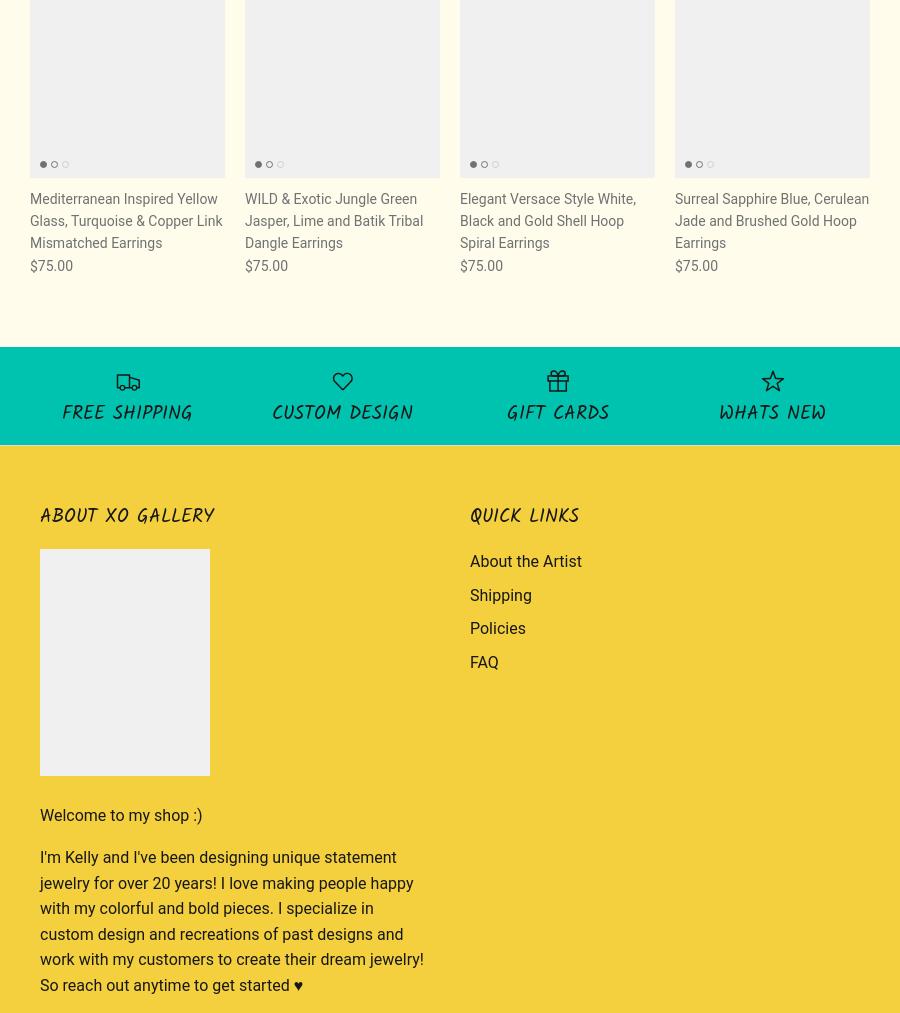 This screenshot has width=900, height=1013. Describe the element at coordinates (646, 70) in the screenshot. I see `'Curaçao'` at that location.